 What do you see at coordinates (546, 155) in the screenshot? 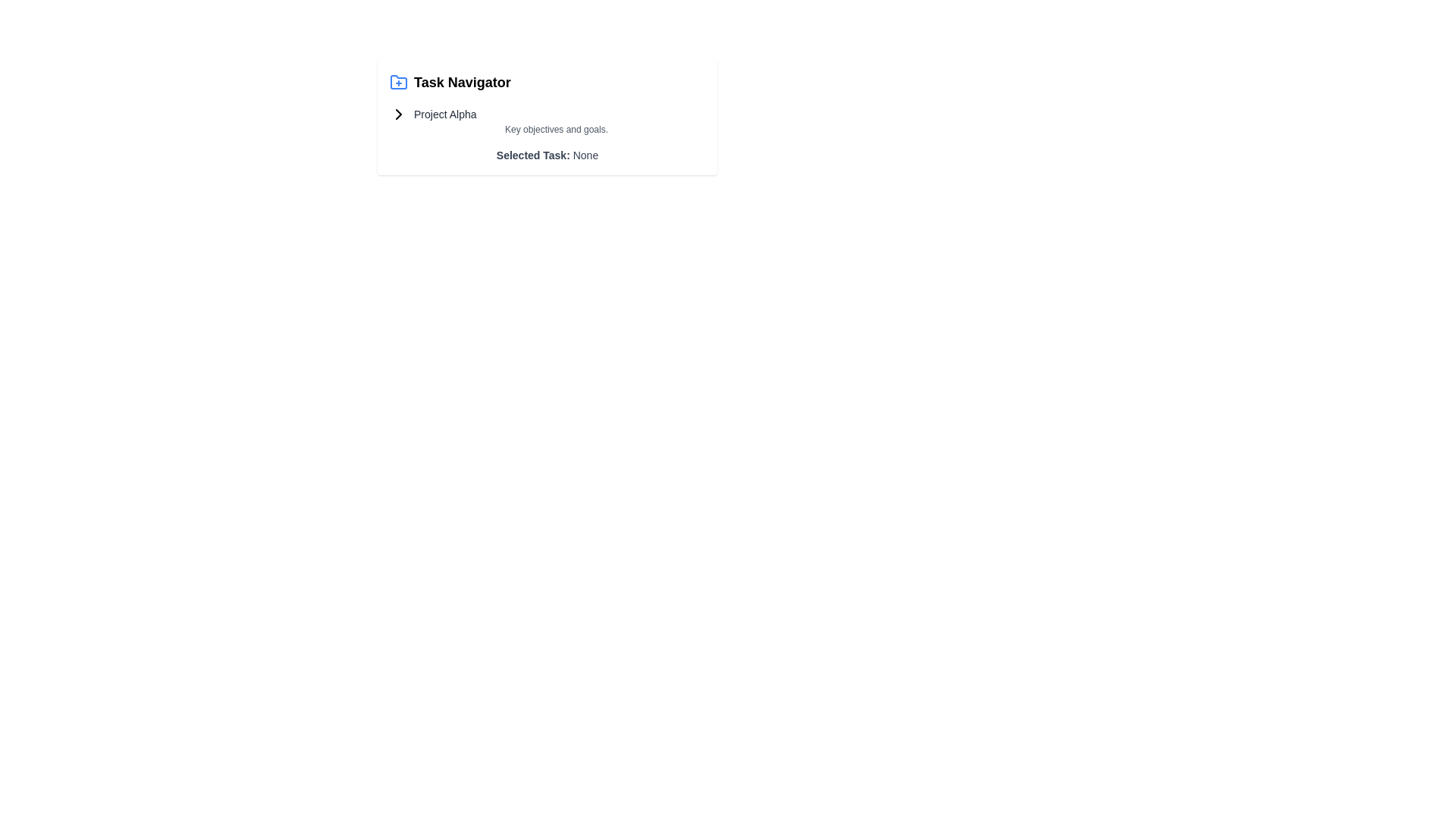
I see `the informational text label indicating that no task is currently selected, which is located at the bottom of the 'Task Navigator' card` at bounding box center [546, 155].